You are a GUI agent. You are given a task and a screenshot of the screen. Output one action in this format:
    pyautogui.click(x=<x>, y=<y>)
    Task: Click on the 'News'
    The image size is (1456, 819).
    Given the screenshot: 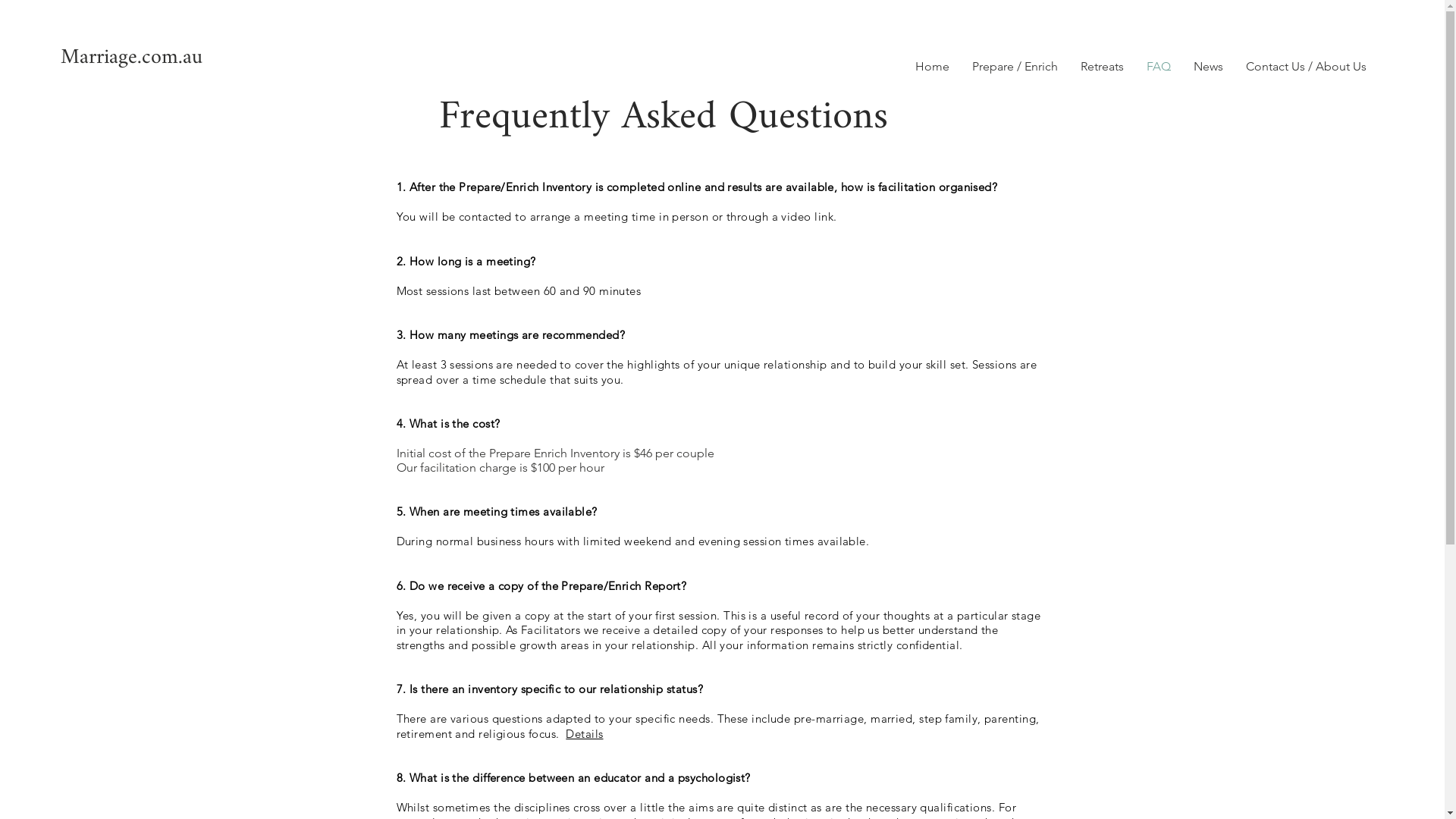 What is the action you would take?
    pyautogui.click(x=1207, y=66)
    